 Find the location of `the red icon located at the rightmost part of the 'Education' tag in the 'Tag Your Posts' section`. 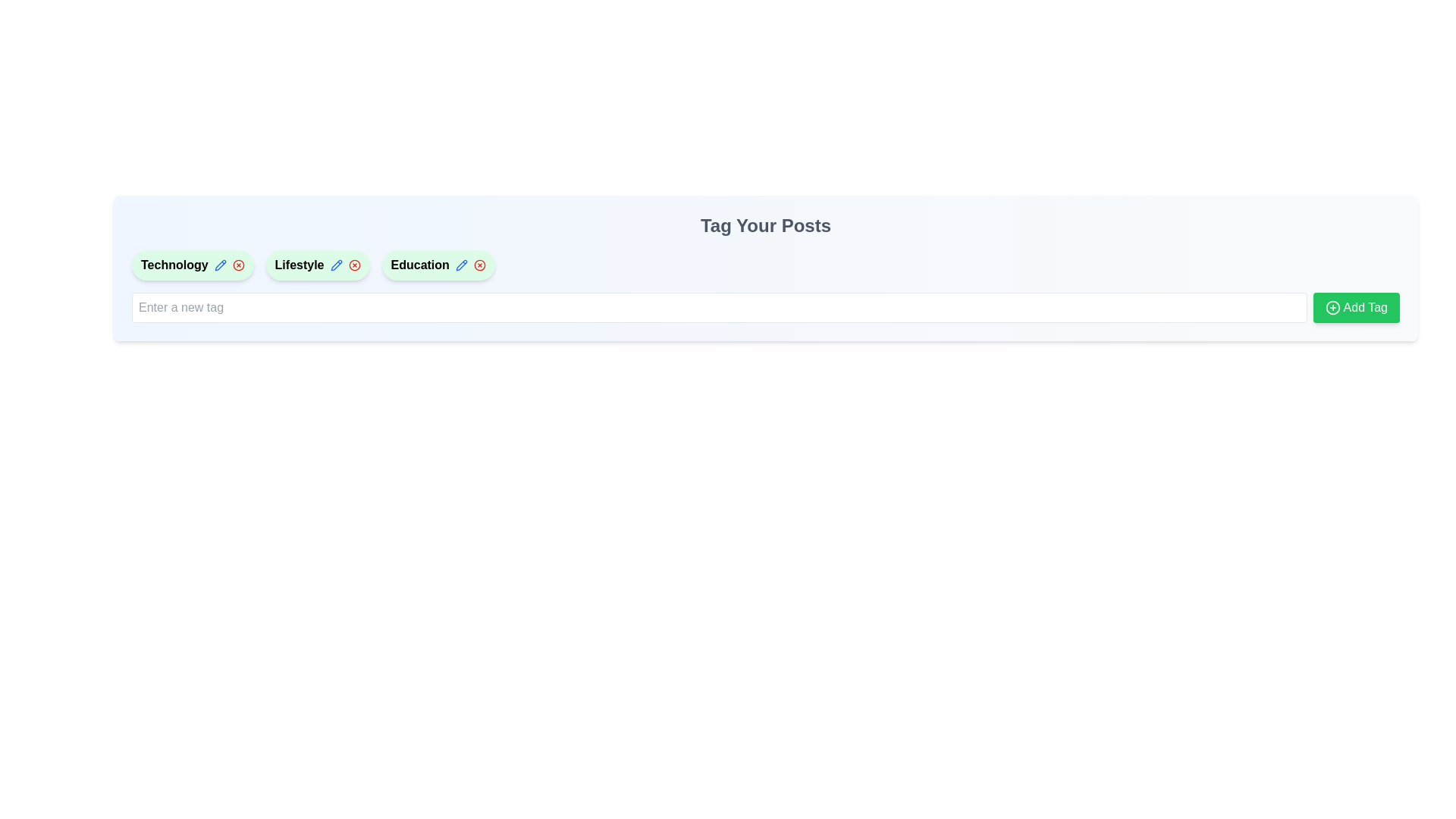

the red icon located at the rightmost part of the 'Education' tag in the 'Tag Your Posts' section is located at coordinates (479, 265).